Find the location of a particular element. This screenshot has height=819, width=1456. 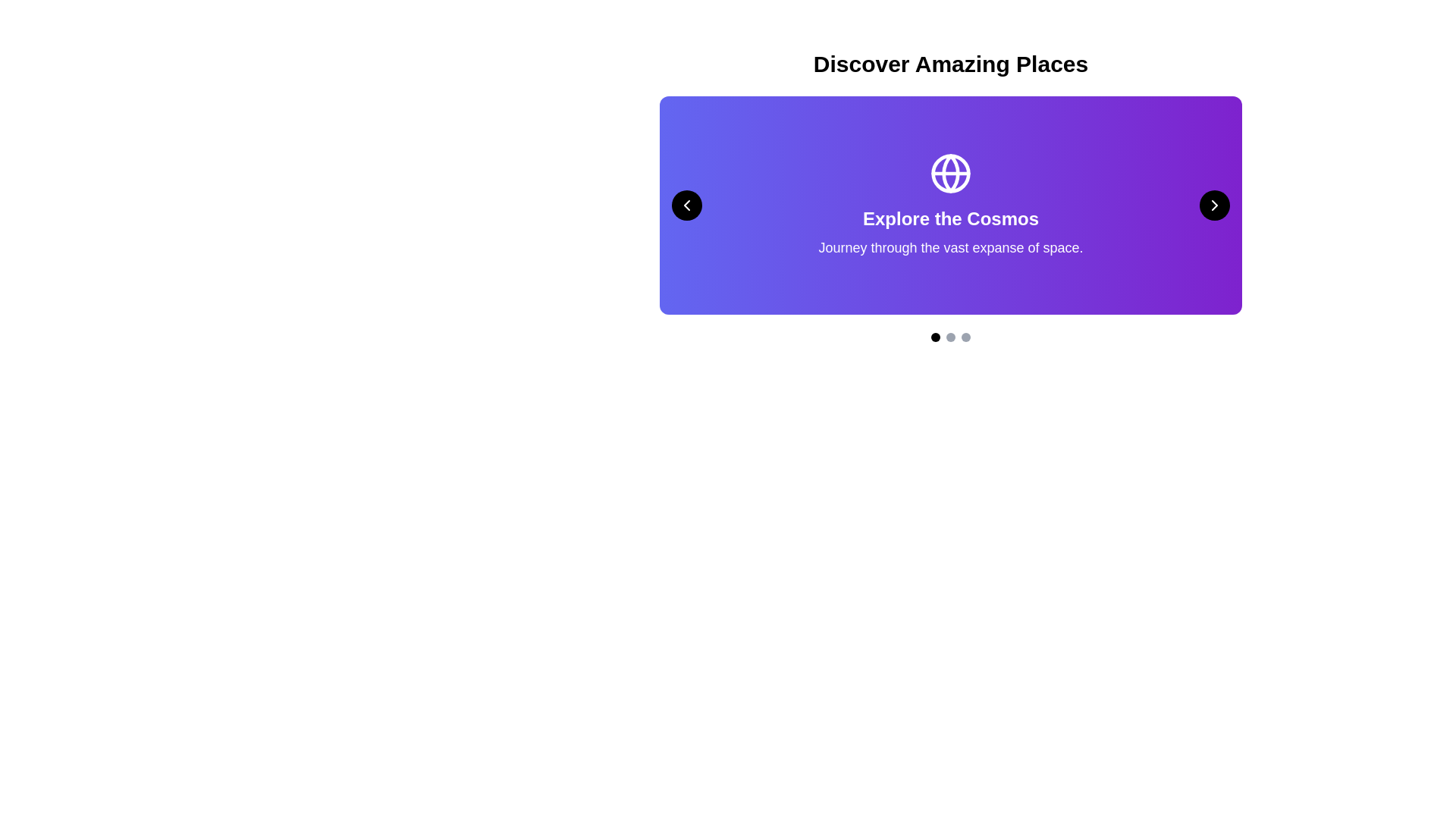

the inactive gray circular icon located in the middle of three horizontally aligned components beneath a larger visual section is located at coordinates (949, 336).